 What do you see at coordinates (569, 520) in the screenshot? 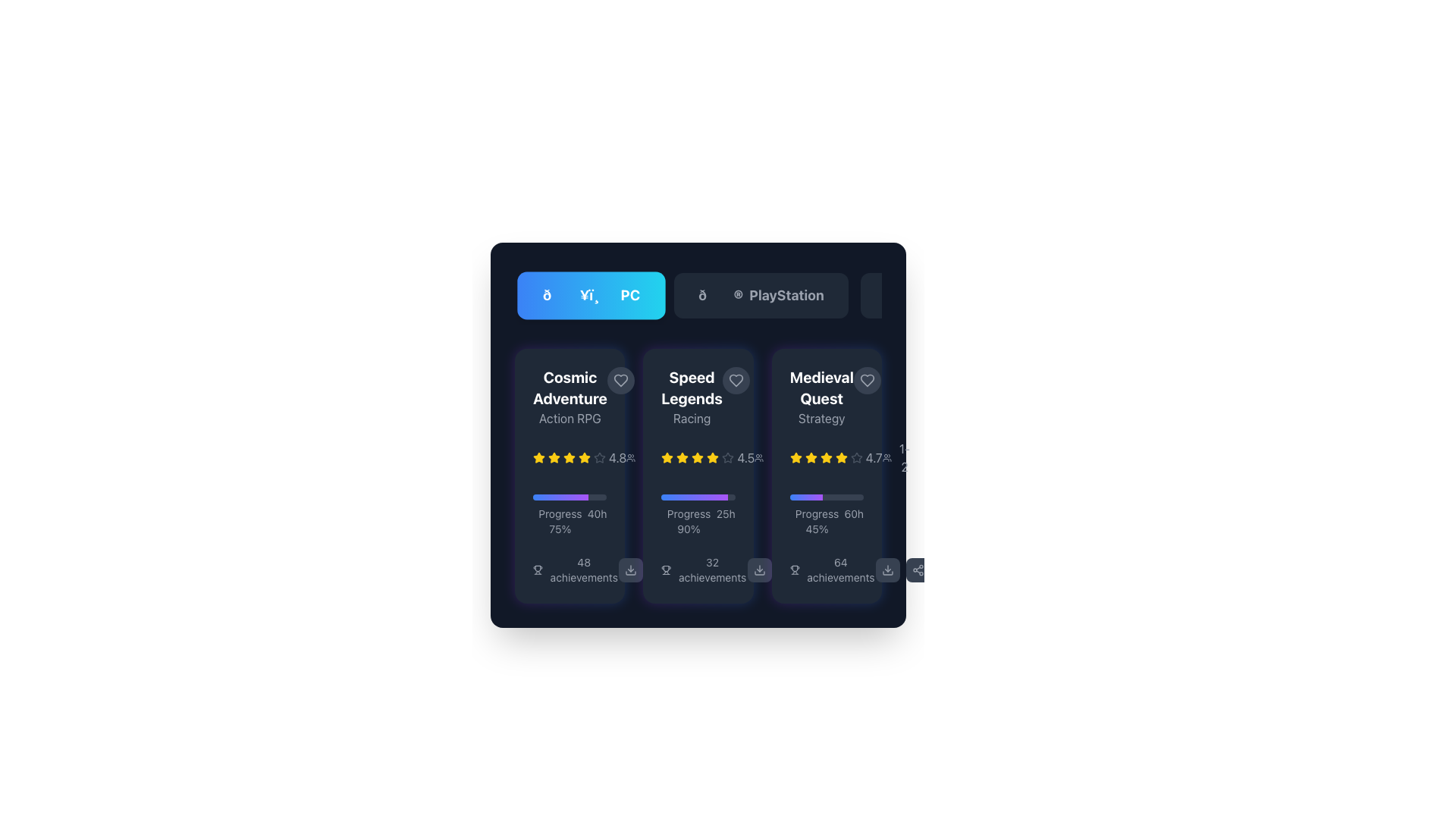
I see `the informational display label showing progress information for the game 'Cosmic Adventure'` at bounding box center [569, 520].